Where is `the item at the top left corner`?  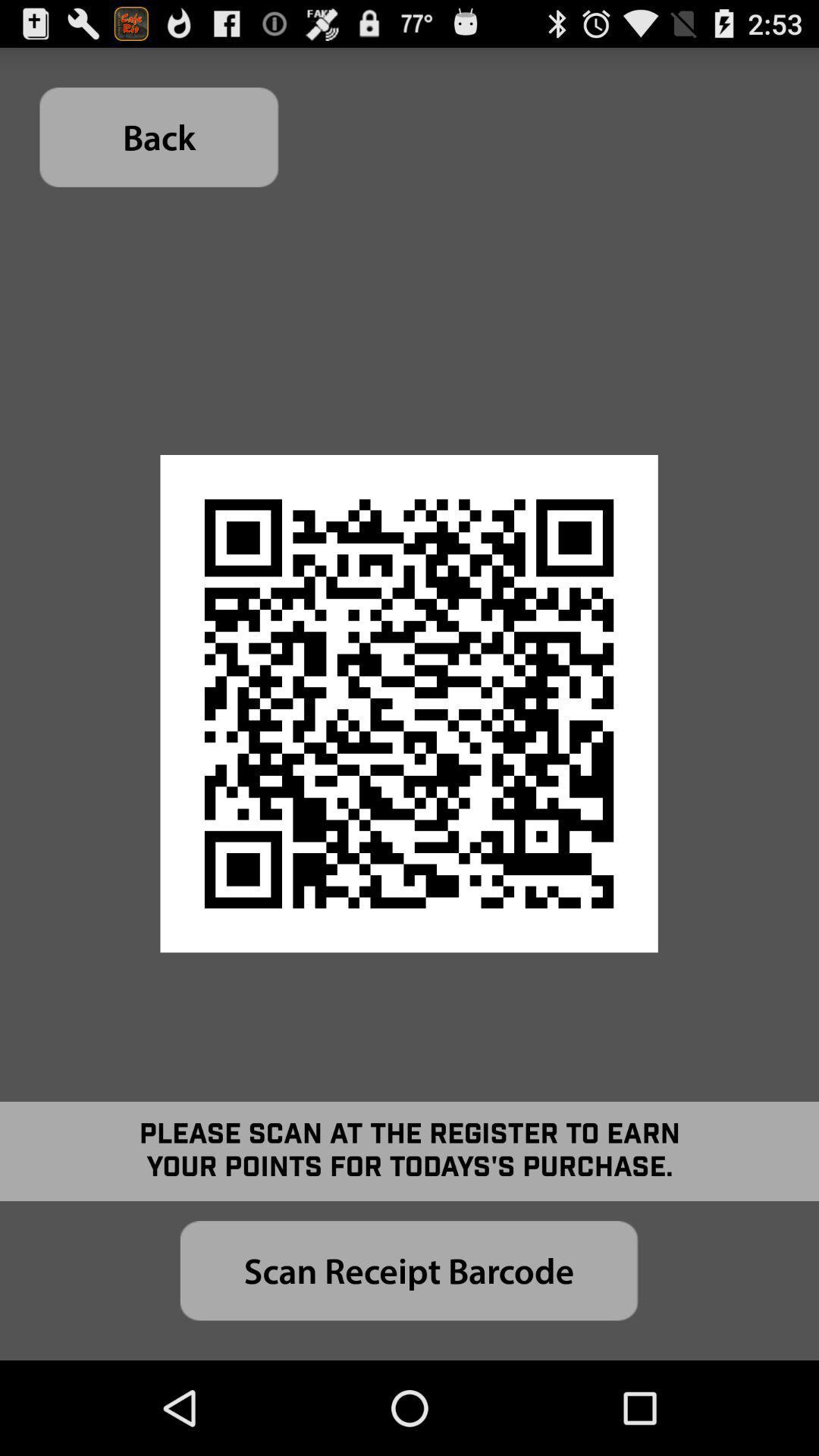 the item at the top left corner is located at coordinates (158, 137).